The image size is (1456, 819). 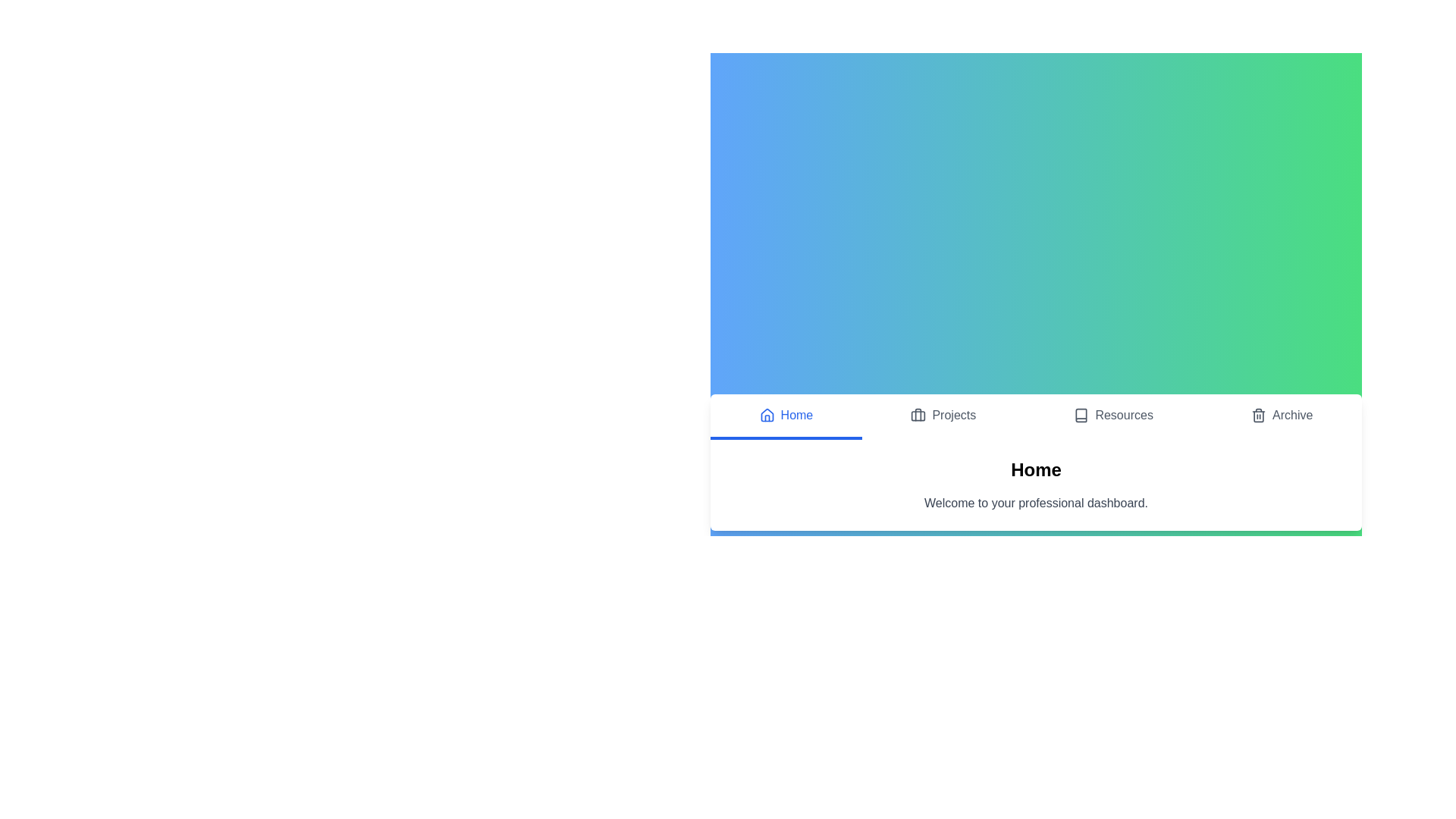 What do you see at coordinates (786, 417) in the screenshot?
I see `the Home tab` at bounding box center [786, 417].